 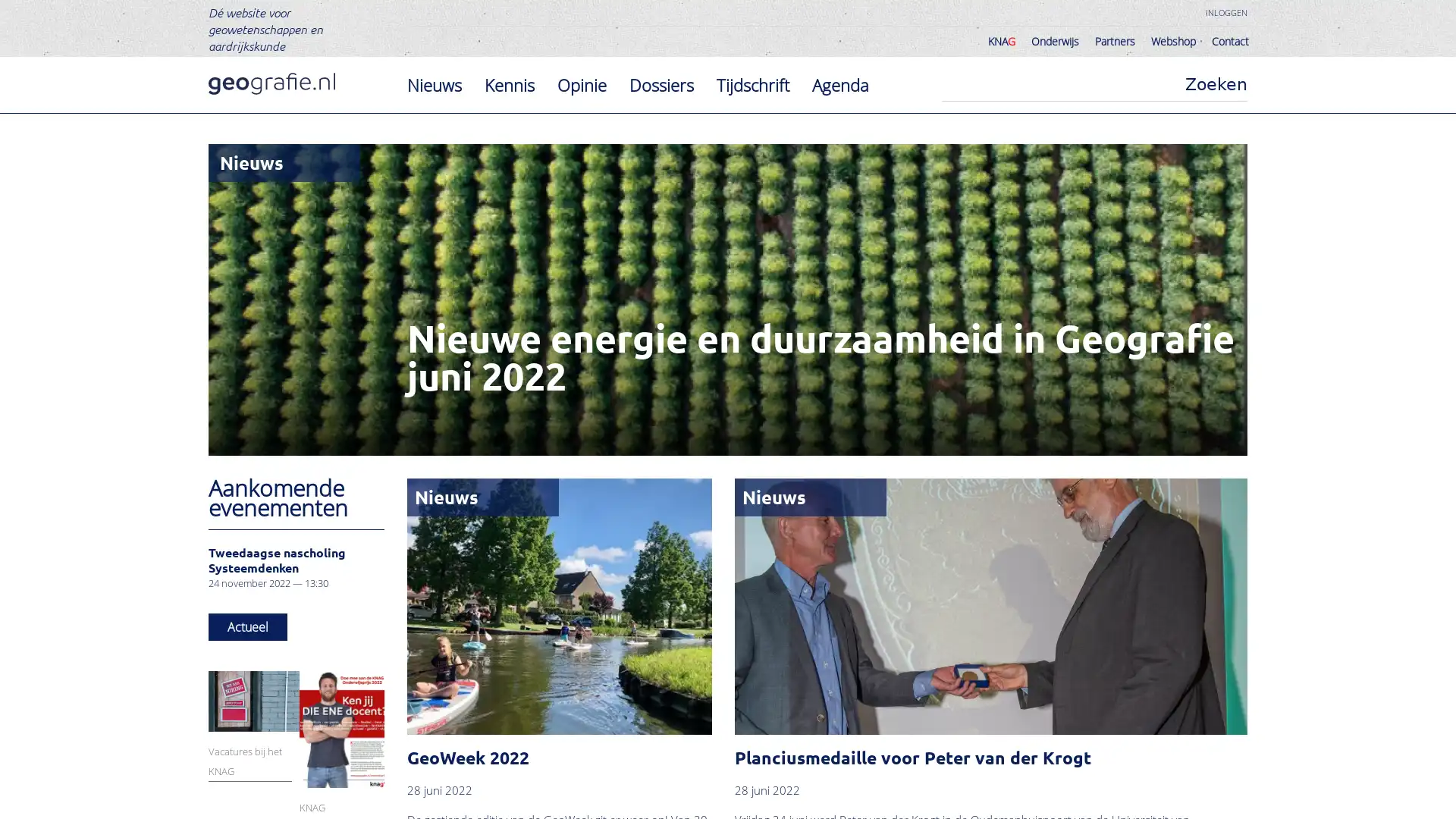 I want to click on Zoeken, so click(x=1216, y=84).